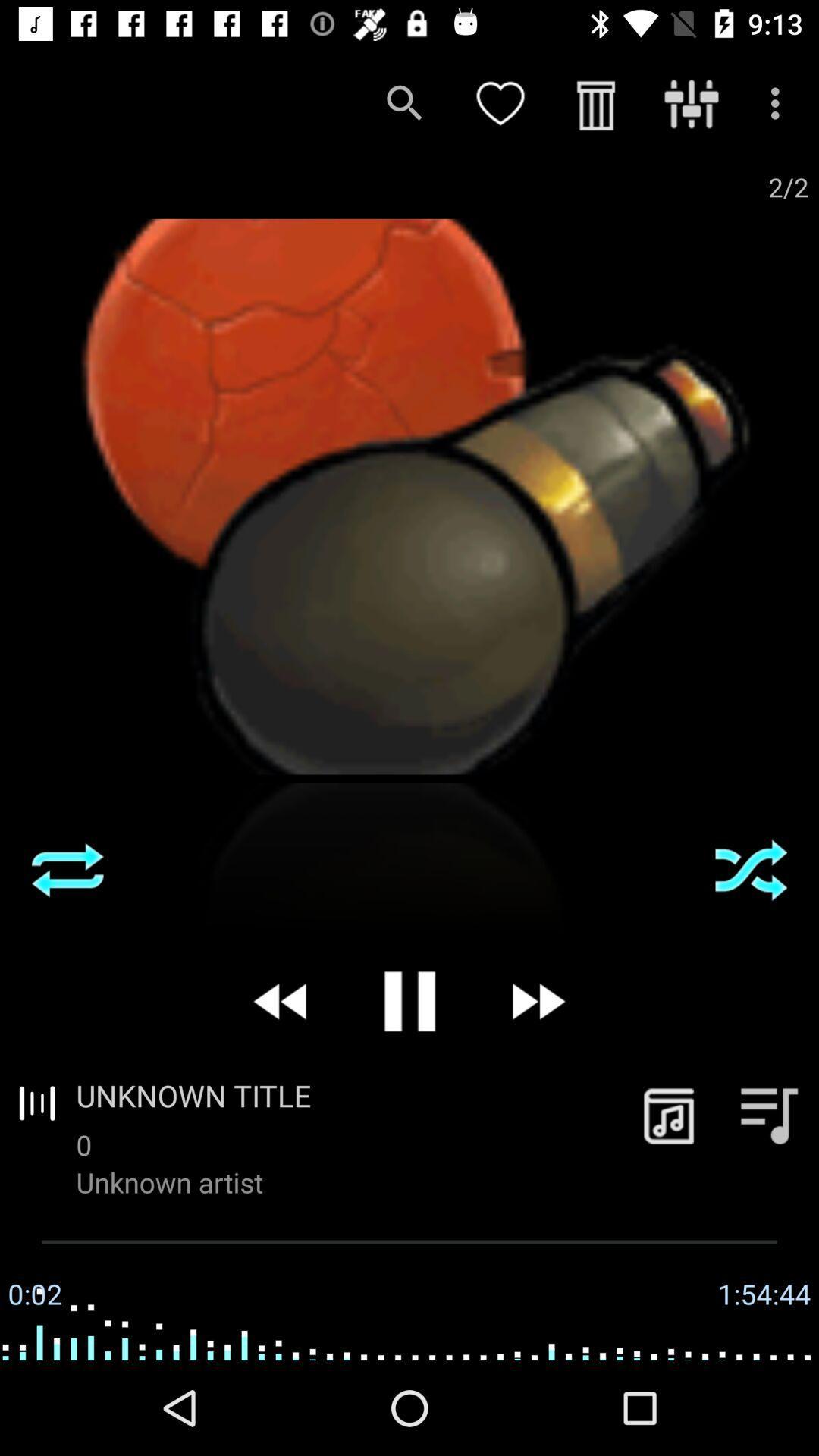 The width and height of the screenshot is (819, 1456). Describe the element at coordinates (409, 1001) in the screenshot. I see `the pause icon` at that location.